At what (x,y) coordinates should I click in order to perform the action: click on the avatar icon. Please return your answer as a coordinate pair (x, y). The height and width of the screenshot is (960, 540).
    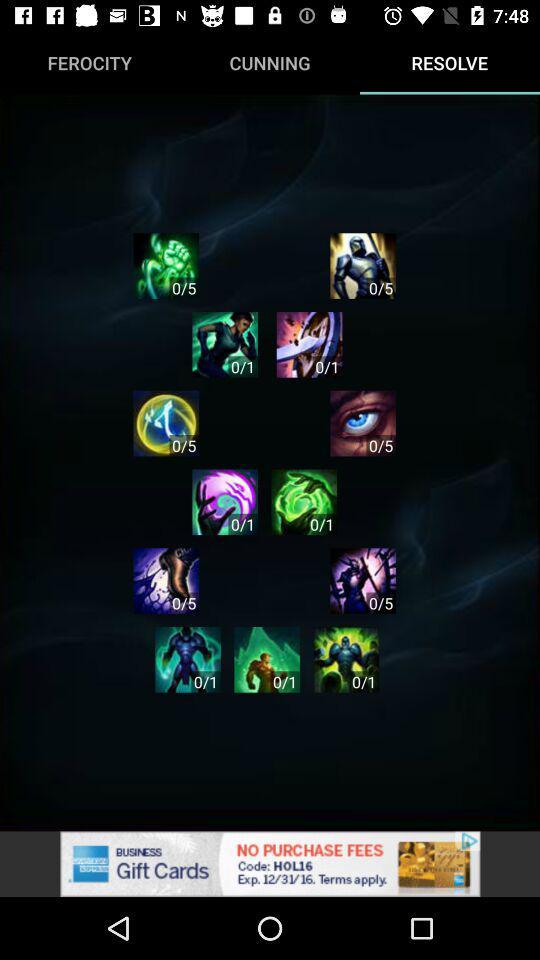
    Looking at the image, I should click on (188, 658).